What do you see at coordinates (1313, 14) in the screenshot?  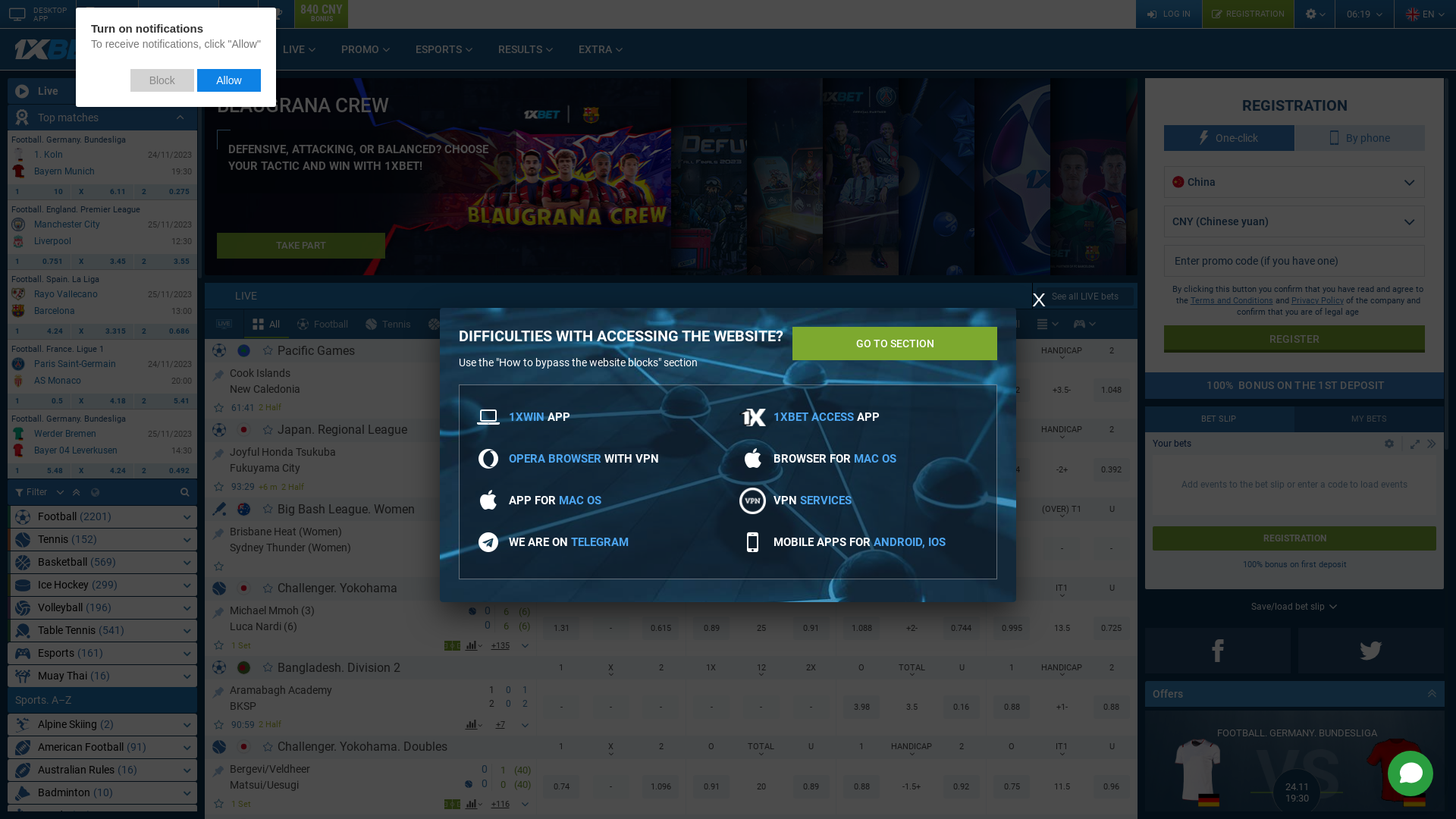 I see `'Settings'` at bounding box center [1313, 14].